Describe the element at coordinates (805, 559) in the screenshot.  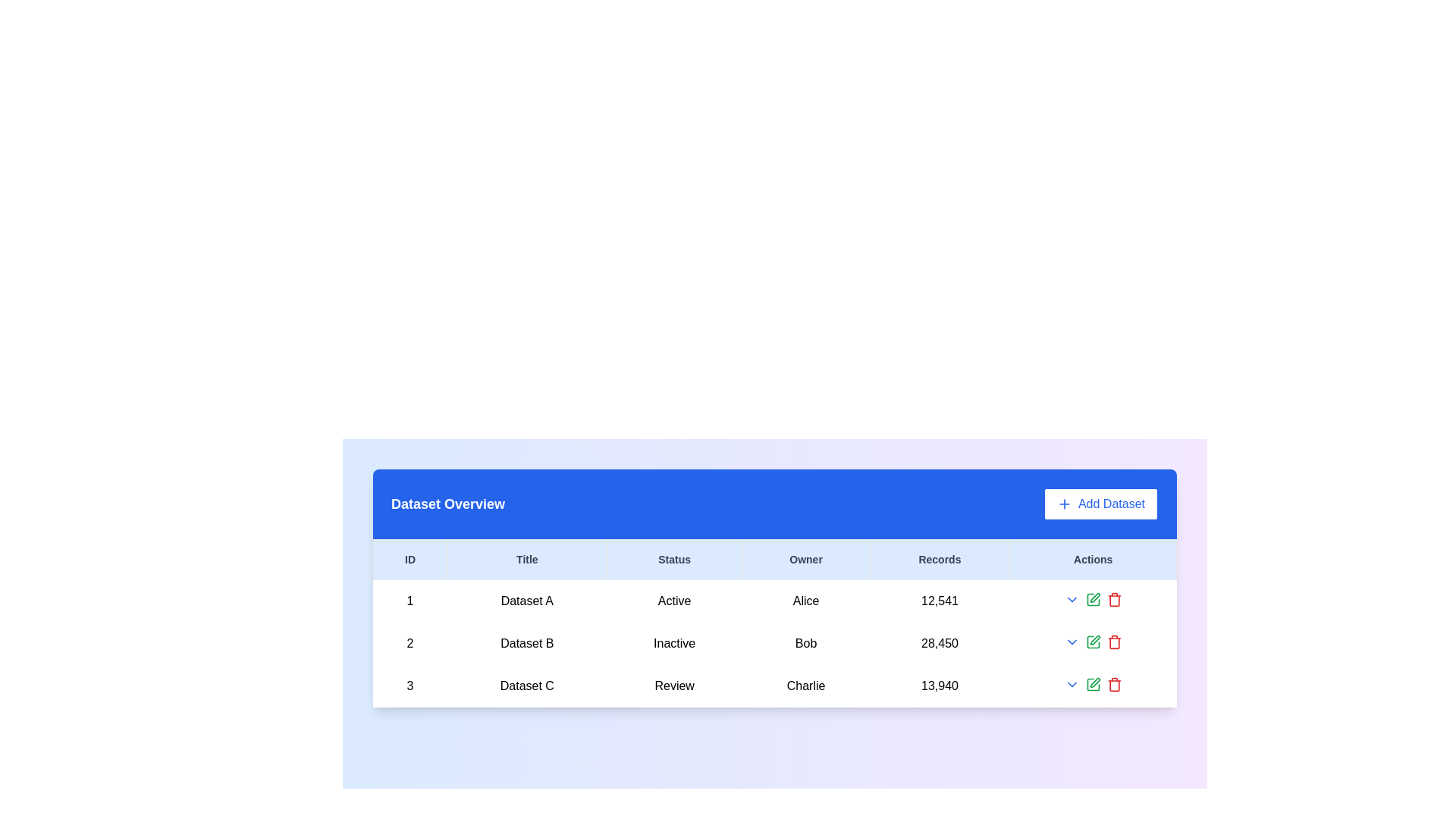
I see `the 'Owner' header label in the dataset table, which is the fourth item in the header row, located between 'Status' and 'Records'` at that location.